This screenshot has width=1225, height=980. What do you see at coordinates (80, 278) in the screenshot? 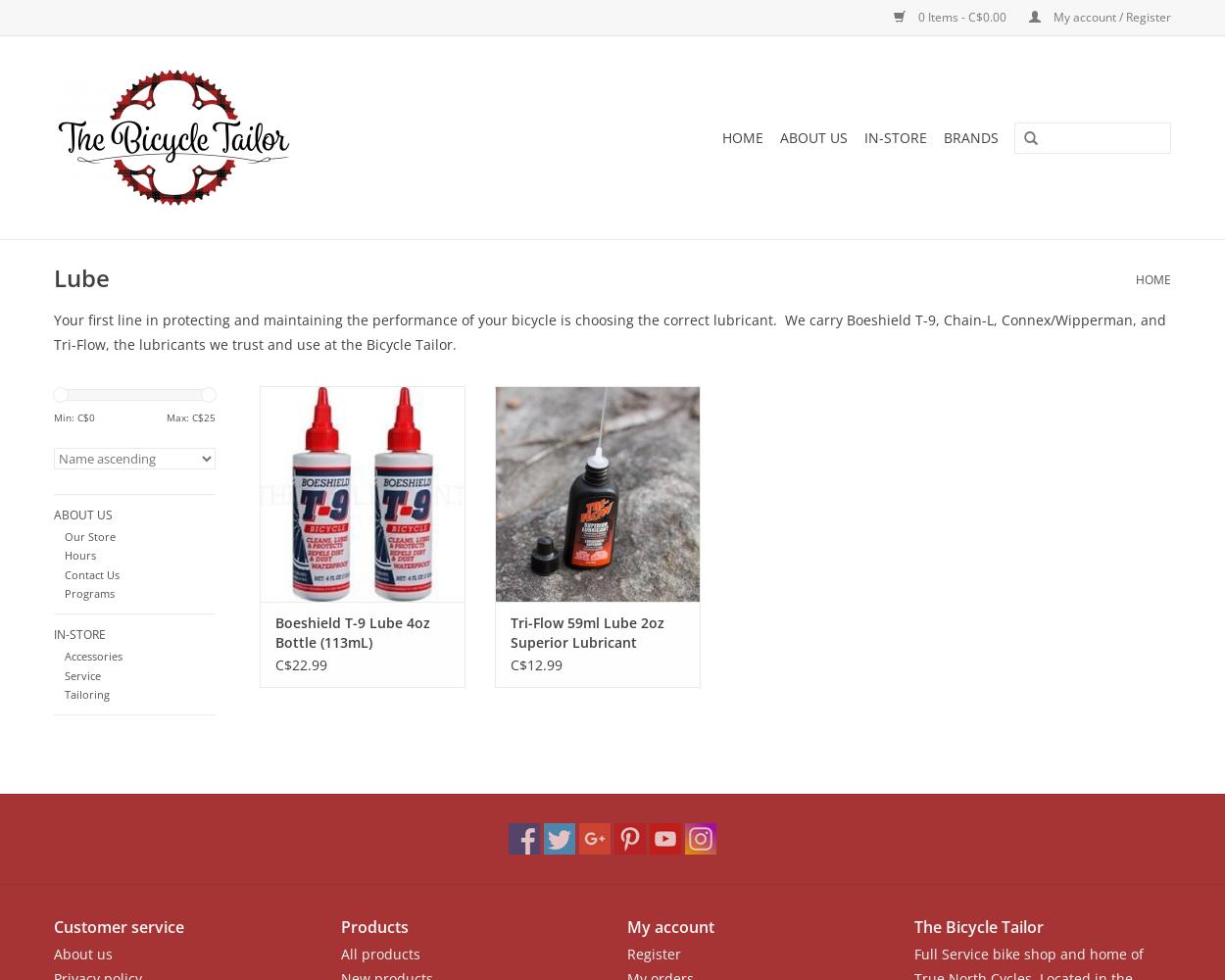
I see `'Lube'` at bounding box center [80, 278].